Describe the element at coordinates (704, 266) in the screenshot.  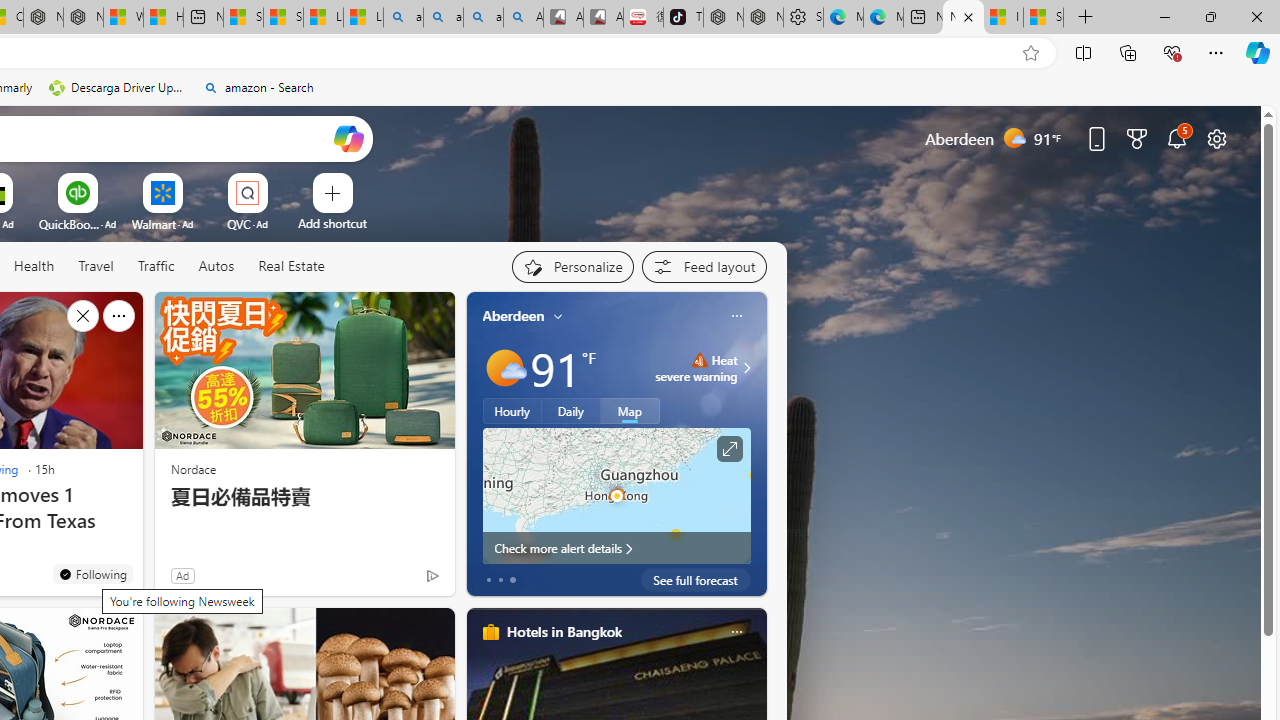
I see `'Feed settings'` at that location.